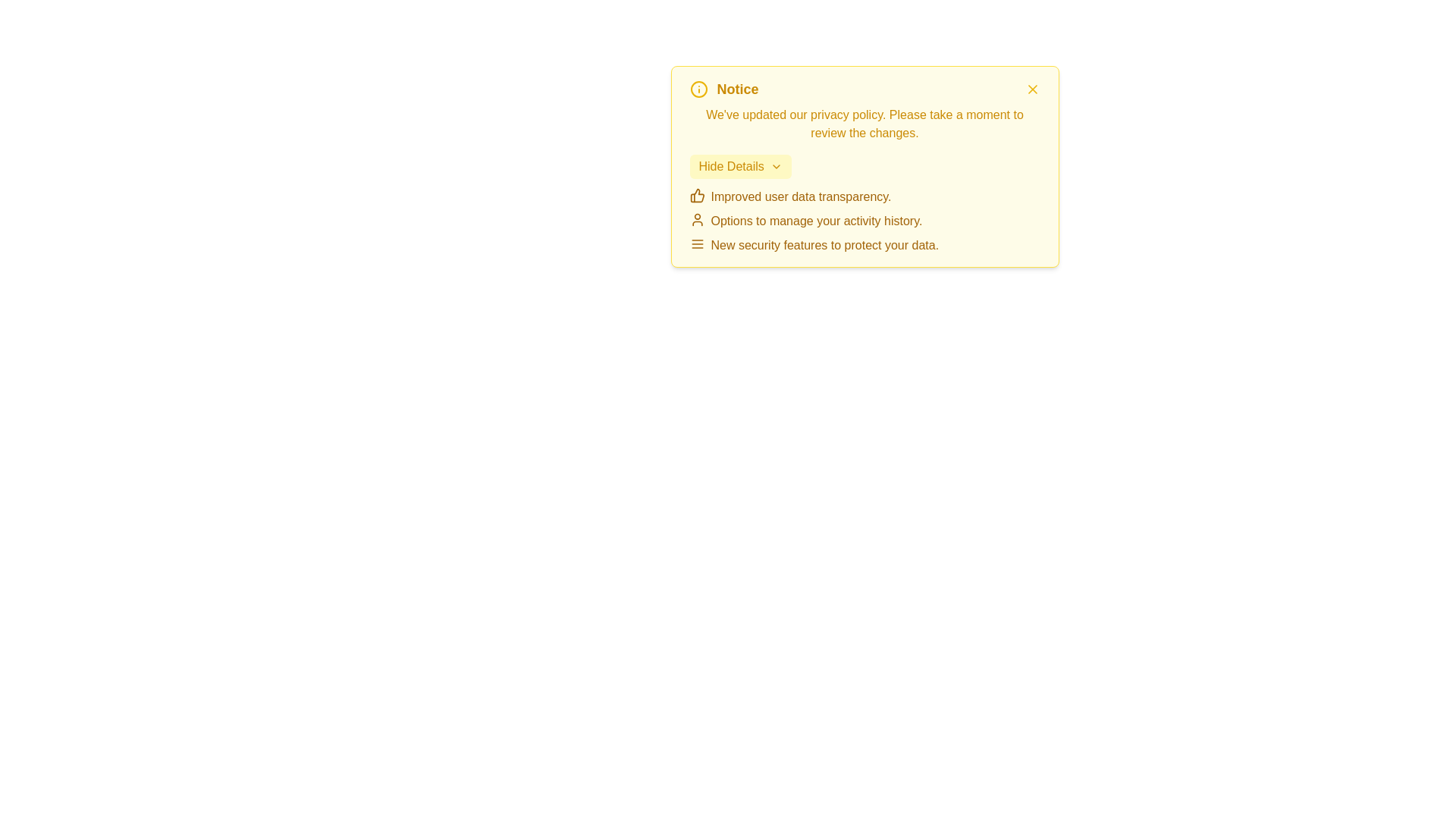 Image resolution: width=1456 pixels, height=819 pixels. Describe the element at coordinates (740, 166) in the screenshot. I see `the 'Hide Details' button, which is a rounded rectangular button with yellow background and bold yellow text, located below the privacy policy update message` at that location.